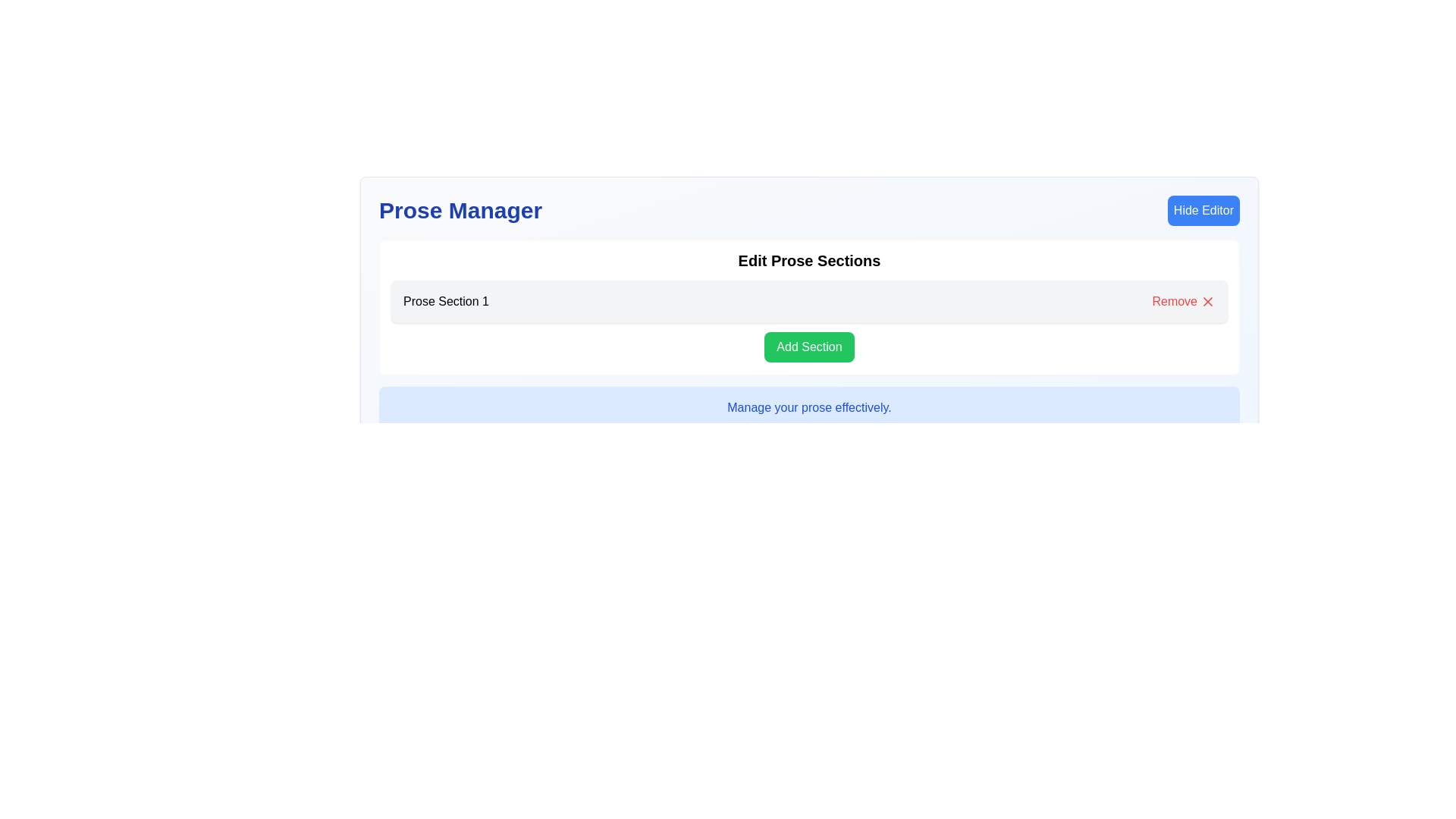 The image size is (1456, 819). I want to click on the Text Label that serves as a title or header for the section indicating the functionality of editing prose sections, positioned above a list item and a button labeled 'Add Section', so click(808, 259).